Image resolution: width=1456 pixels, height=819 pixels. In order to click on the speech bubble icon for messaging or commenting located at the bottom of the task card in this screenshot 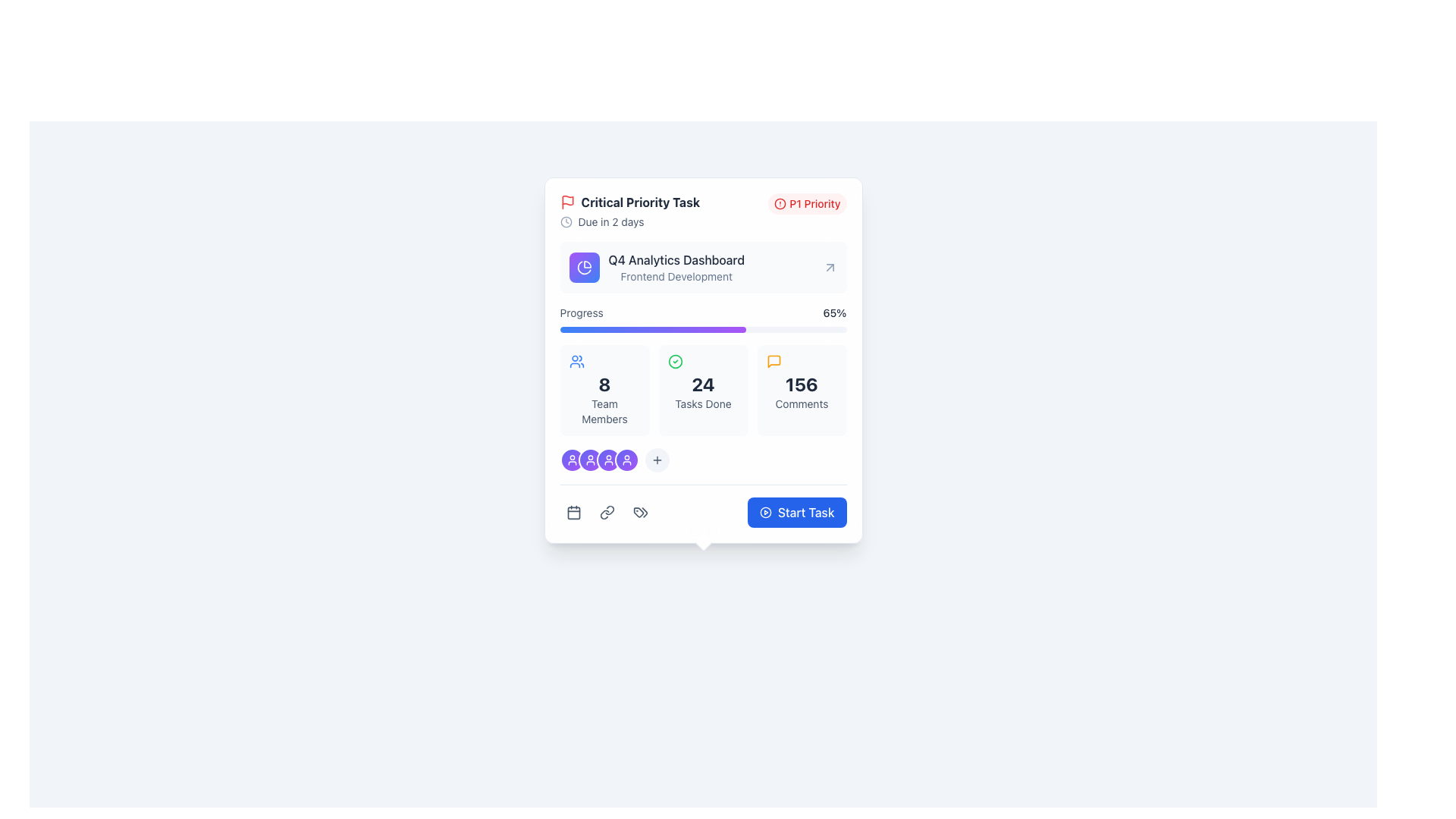, I will do `click(773, 362)`.